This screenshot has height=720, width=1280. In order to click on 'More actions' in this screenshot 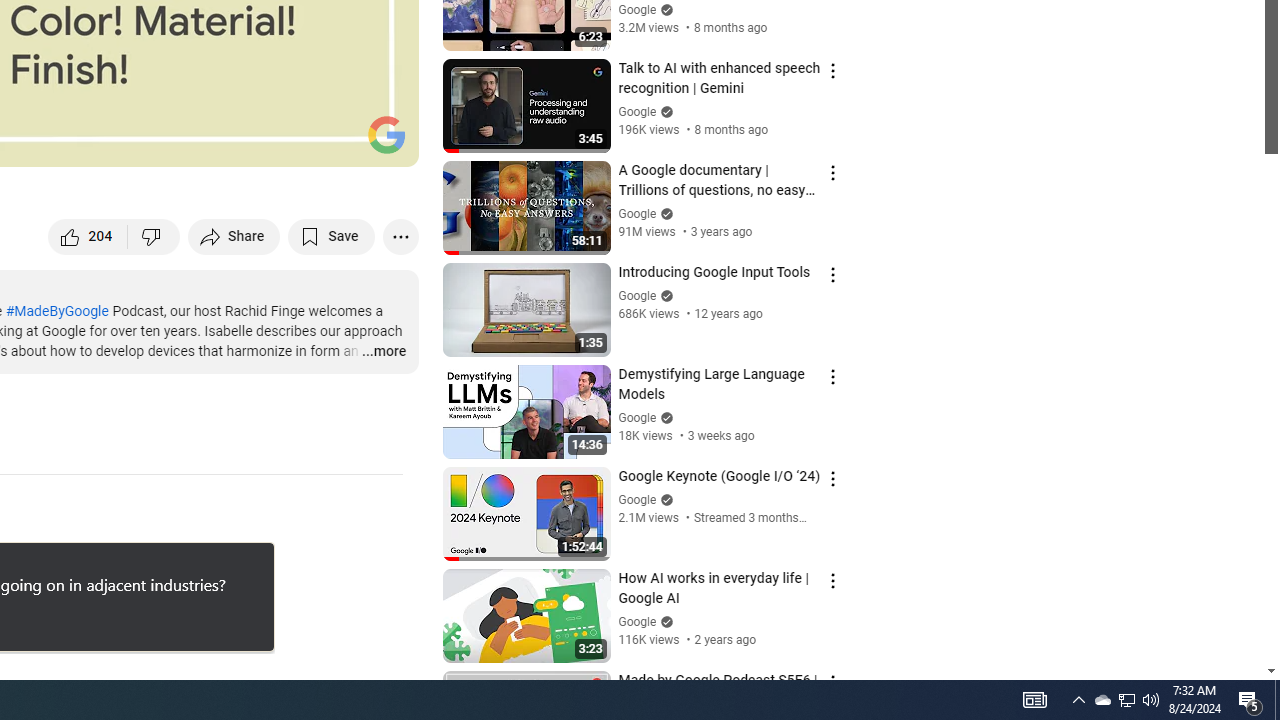, I will do `click(400, 235)`.